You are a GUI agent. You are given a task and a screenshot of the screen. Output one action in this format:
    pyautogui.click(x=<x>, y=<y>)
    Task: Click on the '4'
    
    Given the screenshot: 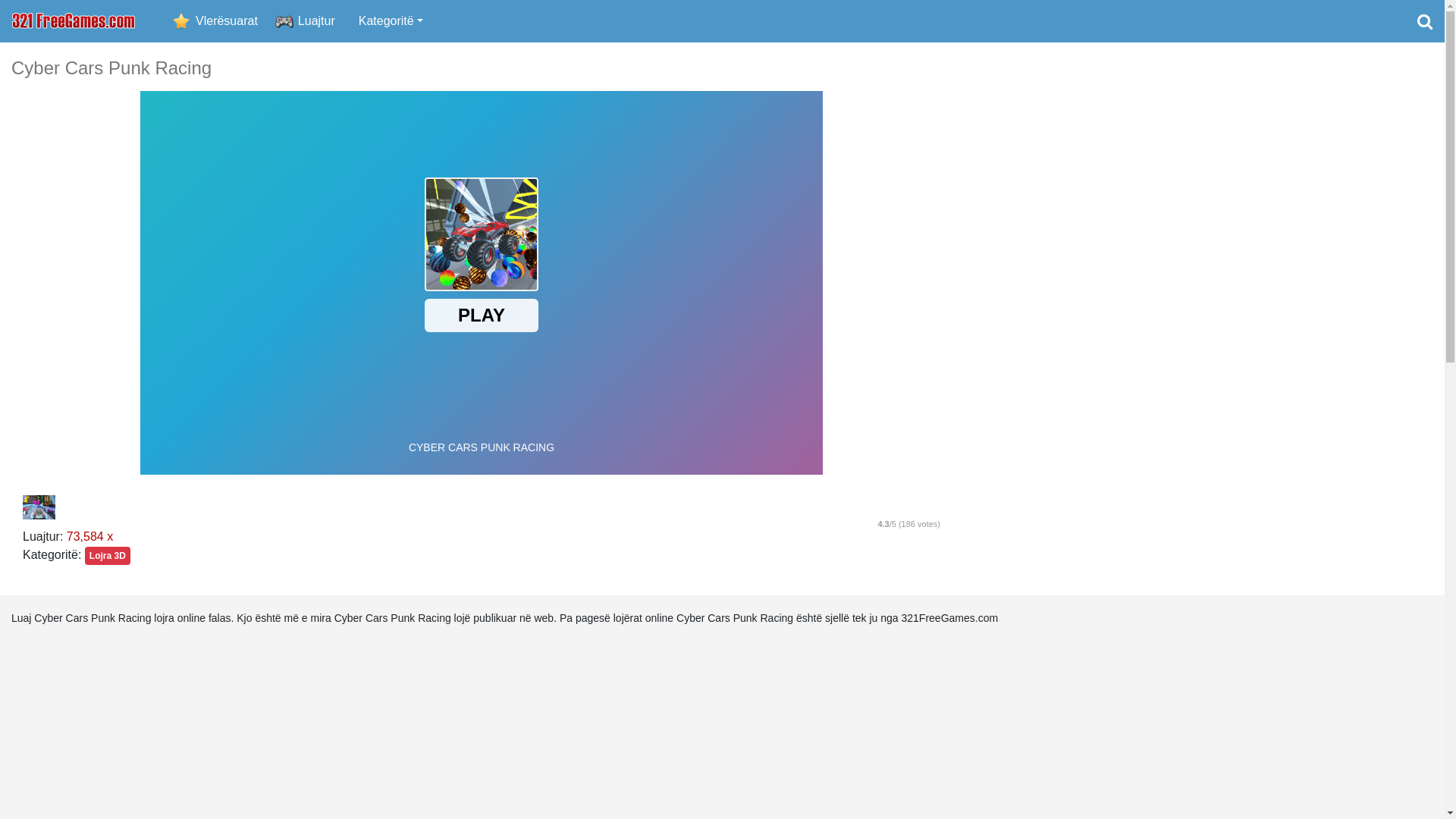 What is the action you would take?
    pyautogui.click(x=906, y=506)
    